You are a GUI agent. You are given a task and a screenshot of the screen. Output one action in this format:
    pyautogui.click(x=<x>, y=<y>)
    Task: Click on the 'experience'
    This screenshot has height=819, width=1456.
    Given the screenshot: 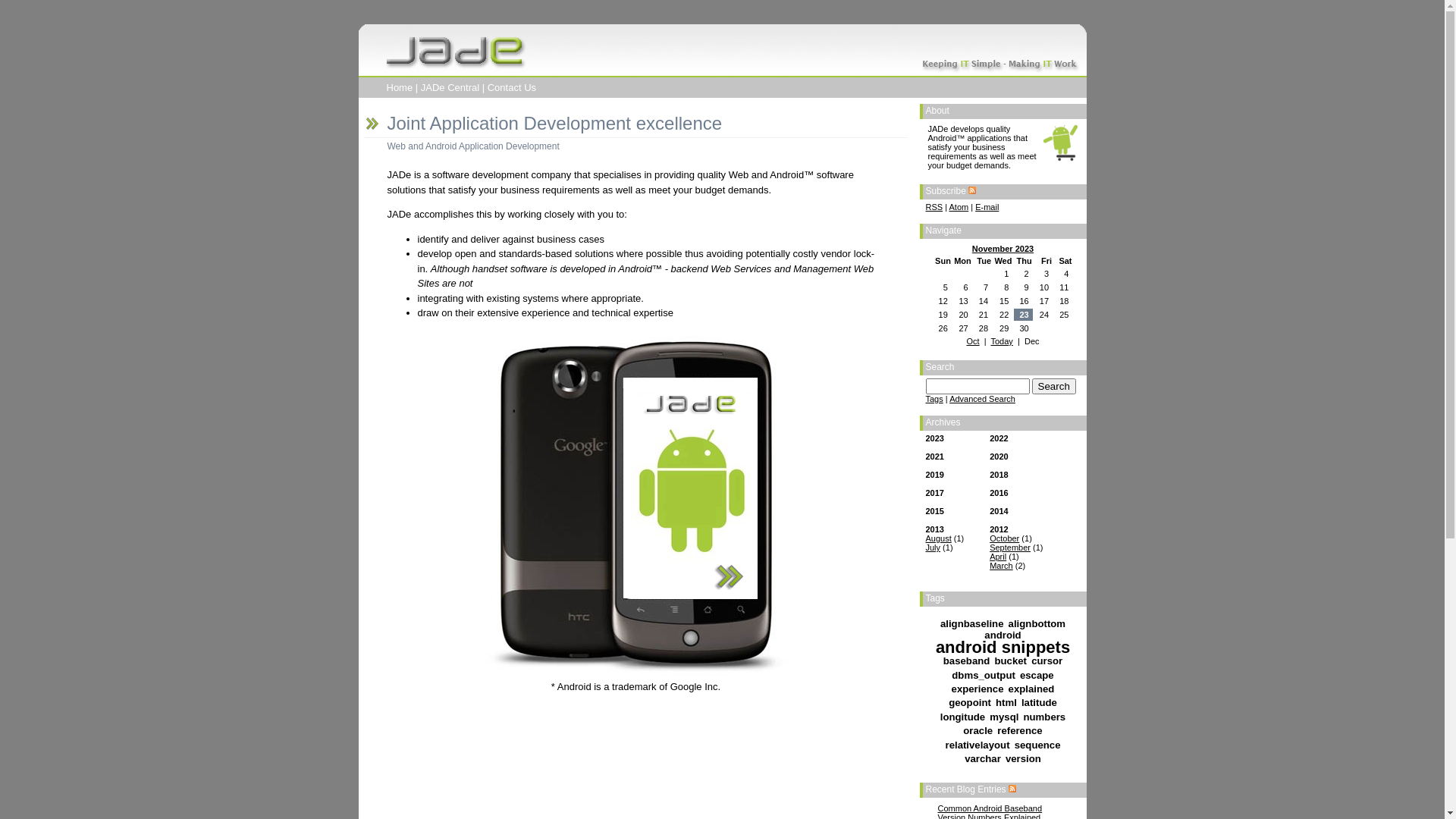 What is the action you would take?
    pyautogui.click(x=950, y=689)
    